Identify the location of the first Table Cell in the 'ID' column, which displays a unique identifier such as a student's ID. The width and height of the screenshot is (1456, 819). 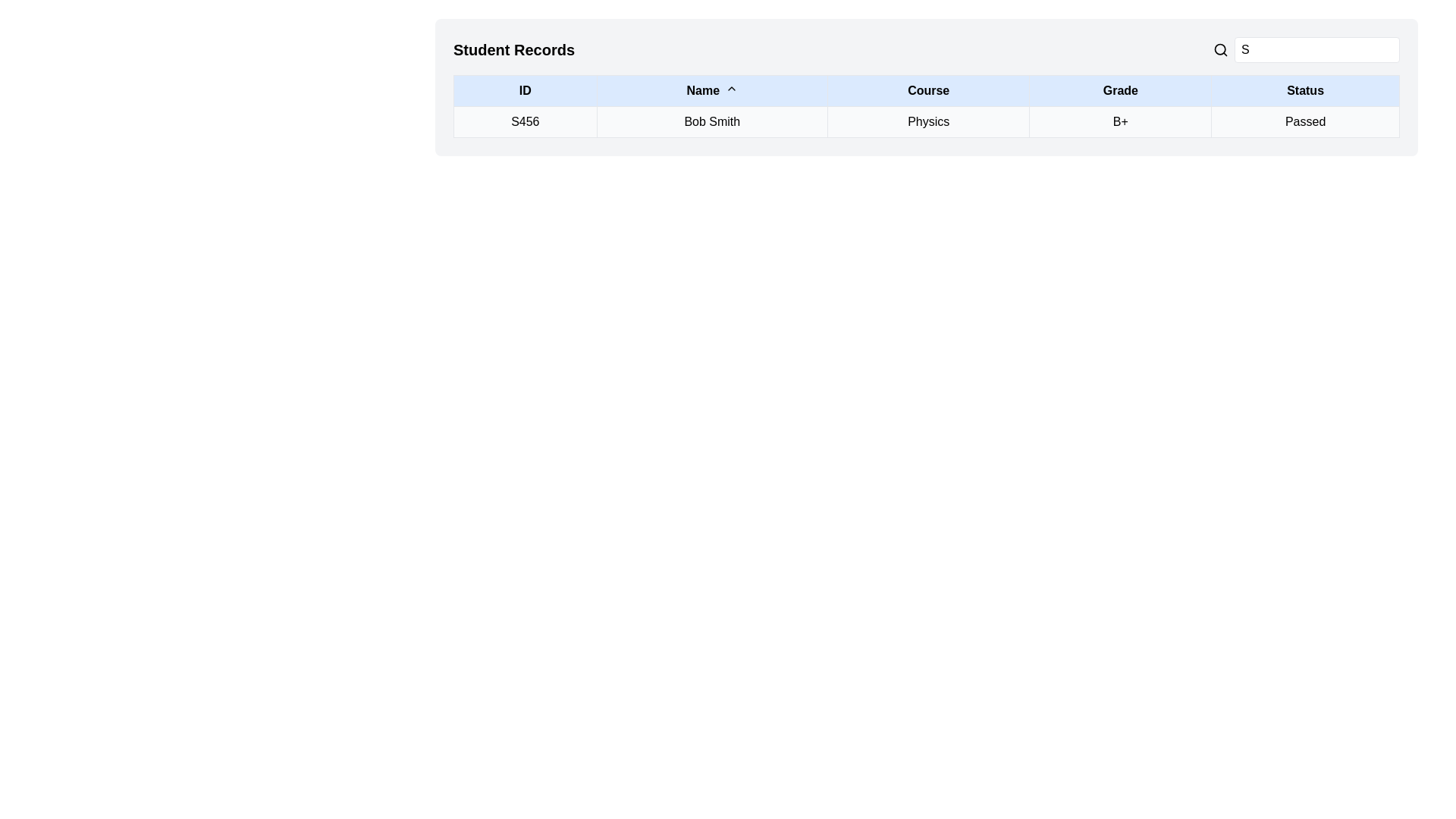
(525, 121).